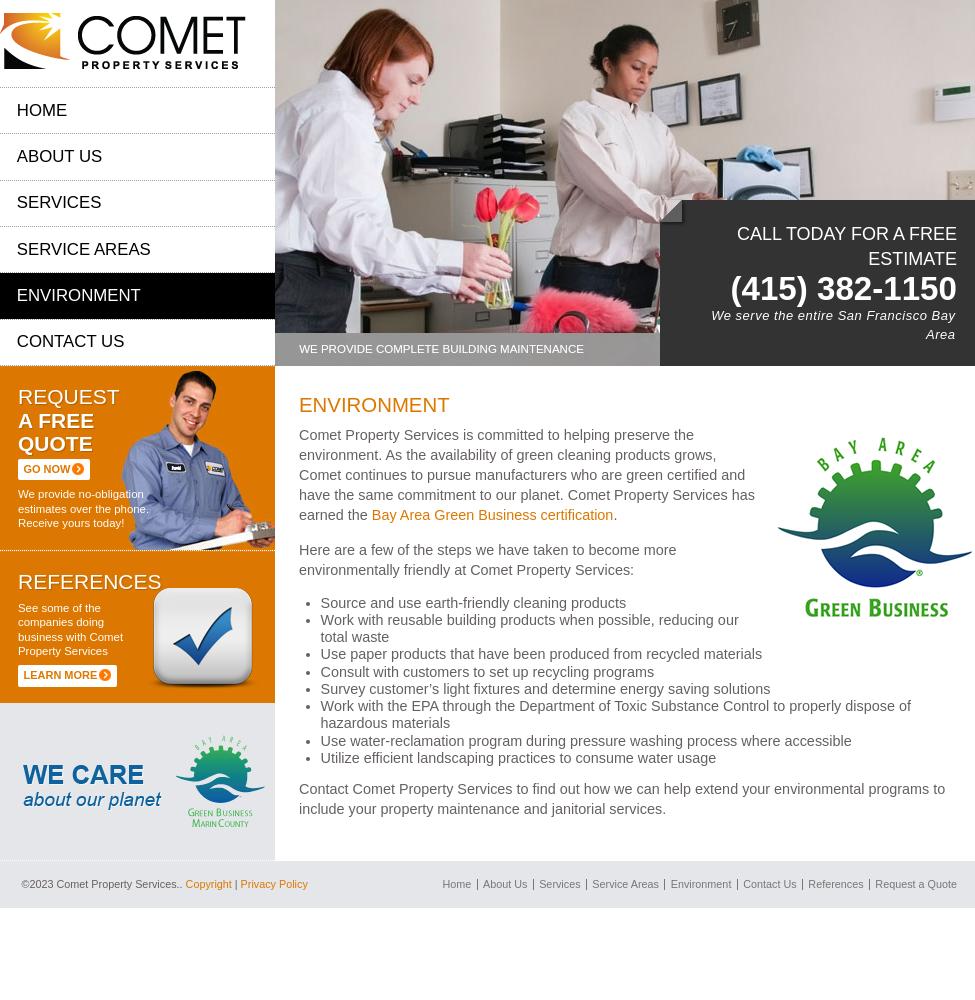  What do you see at coordinates (230, 884) in the screenshot?
I see `'|'` at bounding box center [230, 884].